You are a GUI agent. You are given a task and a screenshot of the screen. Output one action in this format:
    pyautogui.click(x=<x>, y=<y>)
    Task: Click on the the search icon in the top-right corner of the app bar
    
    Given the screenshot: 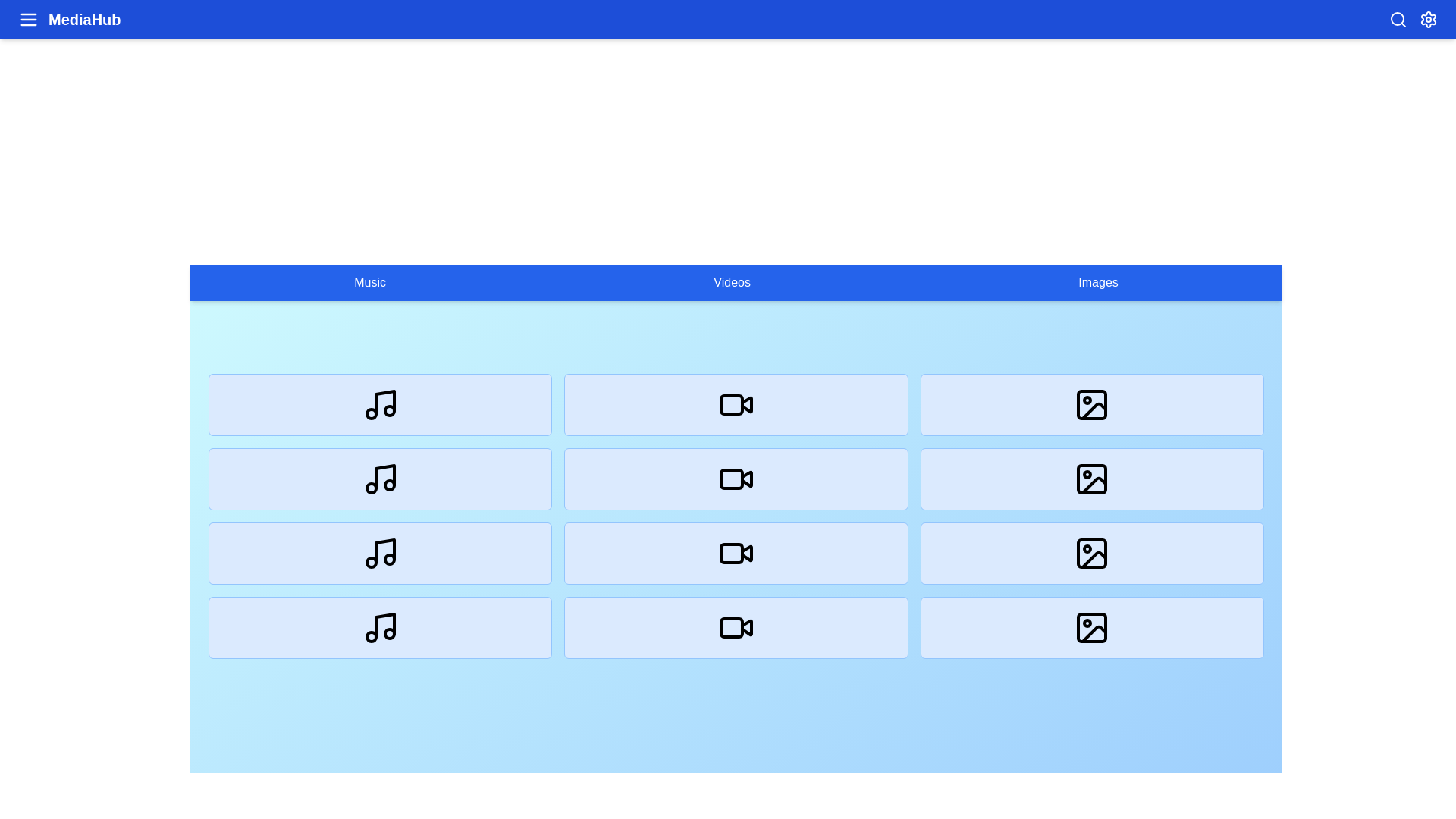 What is the action you would take?
    pyautogui.click(x=1397, y=20)
    